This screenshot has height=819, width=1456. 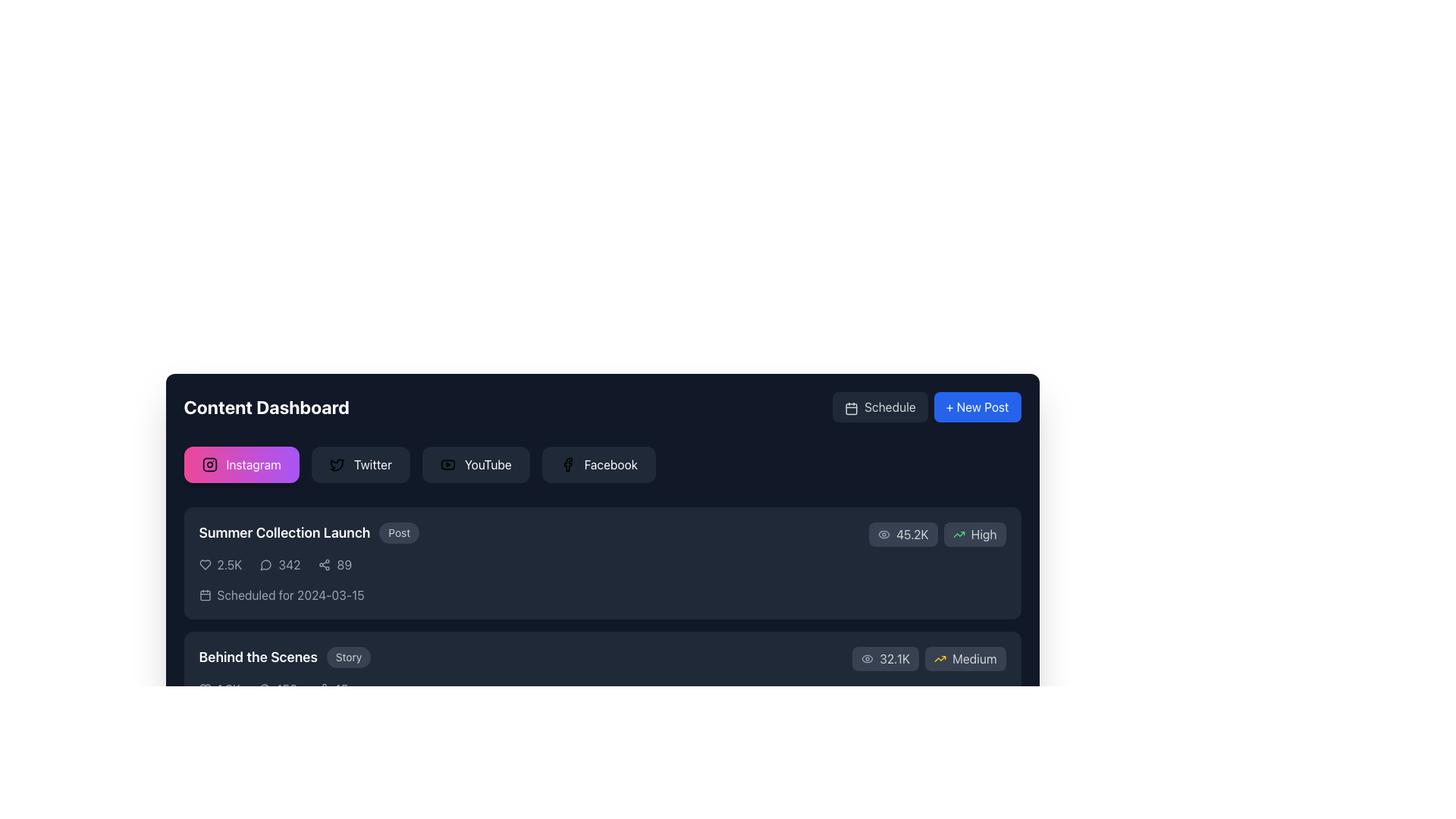 What do you see at coordinates (928, 657) in the screenshot?
I see `displayed information from the informational badge showing statistics such as view count and impact level, located in the lower-right corner of the 'Behind the Scenes' section` at bounding box center [928, 657].